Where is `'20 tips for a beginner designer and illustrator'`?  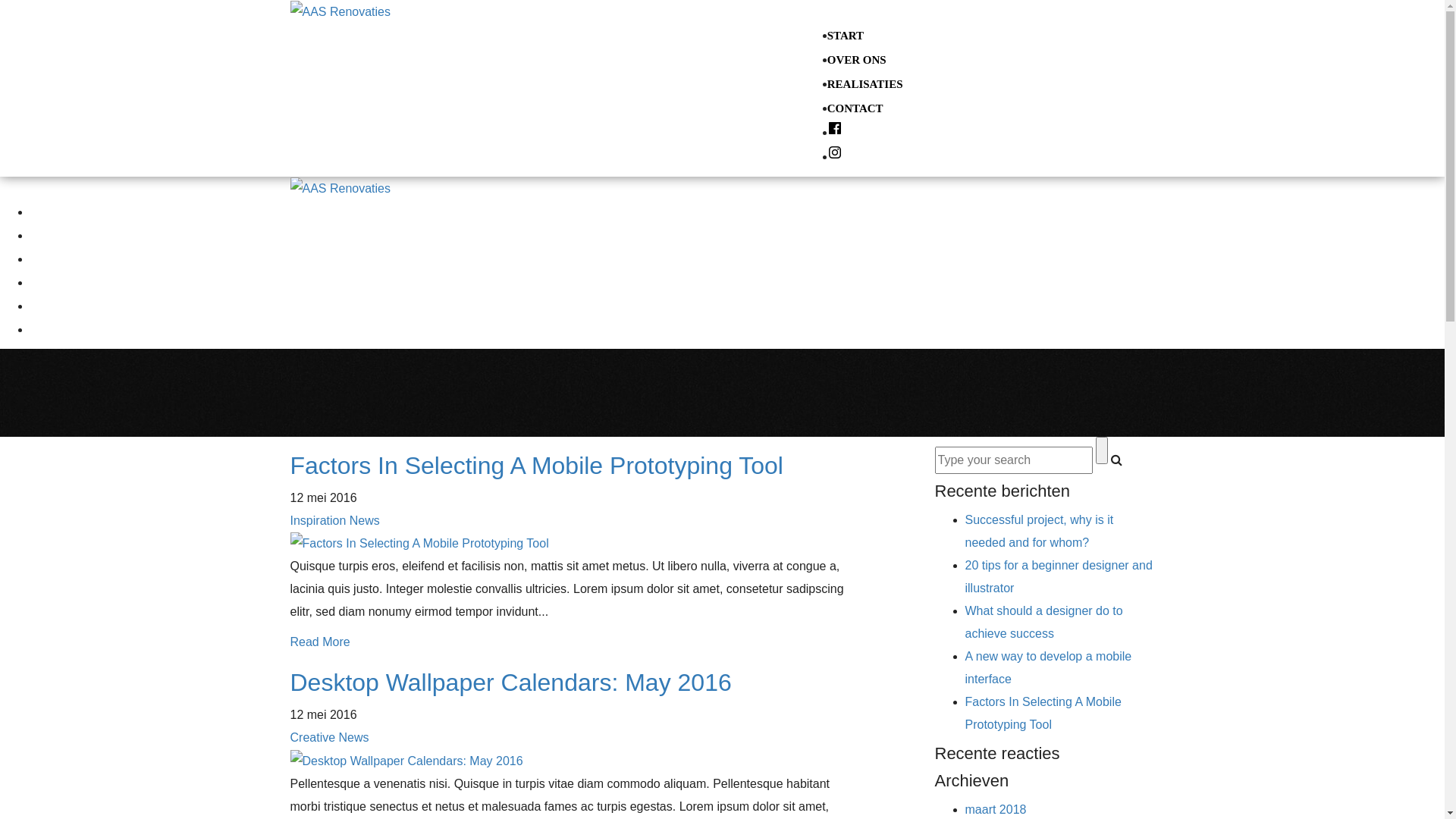
'20 tips for a beginner designer and illustrator' is located at coordinates (1057, 576).